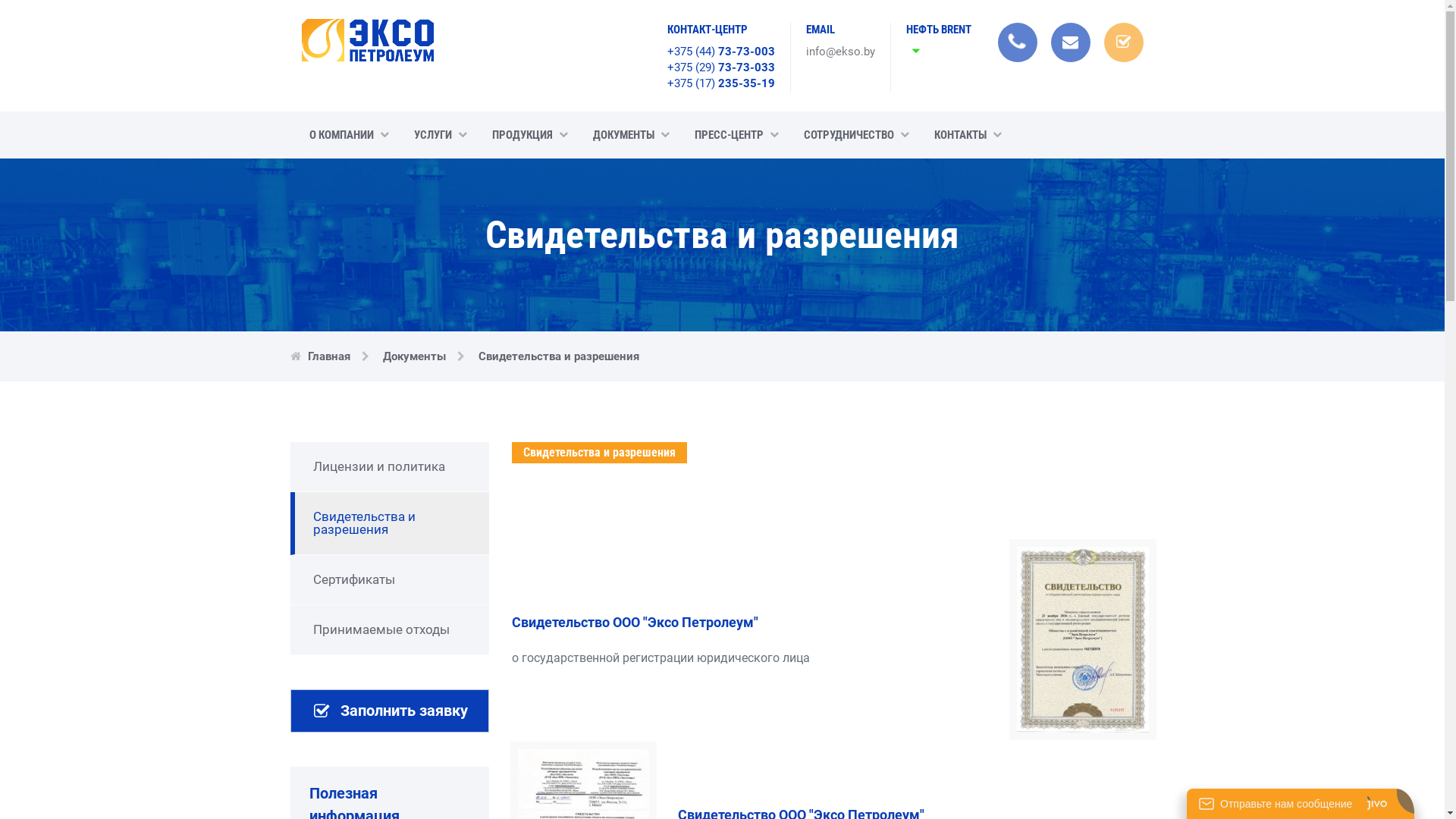 This screenshot has height=819, width=1456. What do you see at coordinates (667, 83) in the screenshot?
I see `'+375 (17) 235-35-19'` at bounding box center [667, 83].